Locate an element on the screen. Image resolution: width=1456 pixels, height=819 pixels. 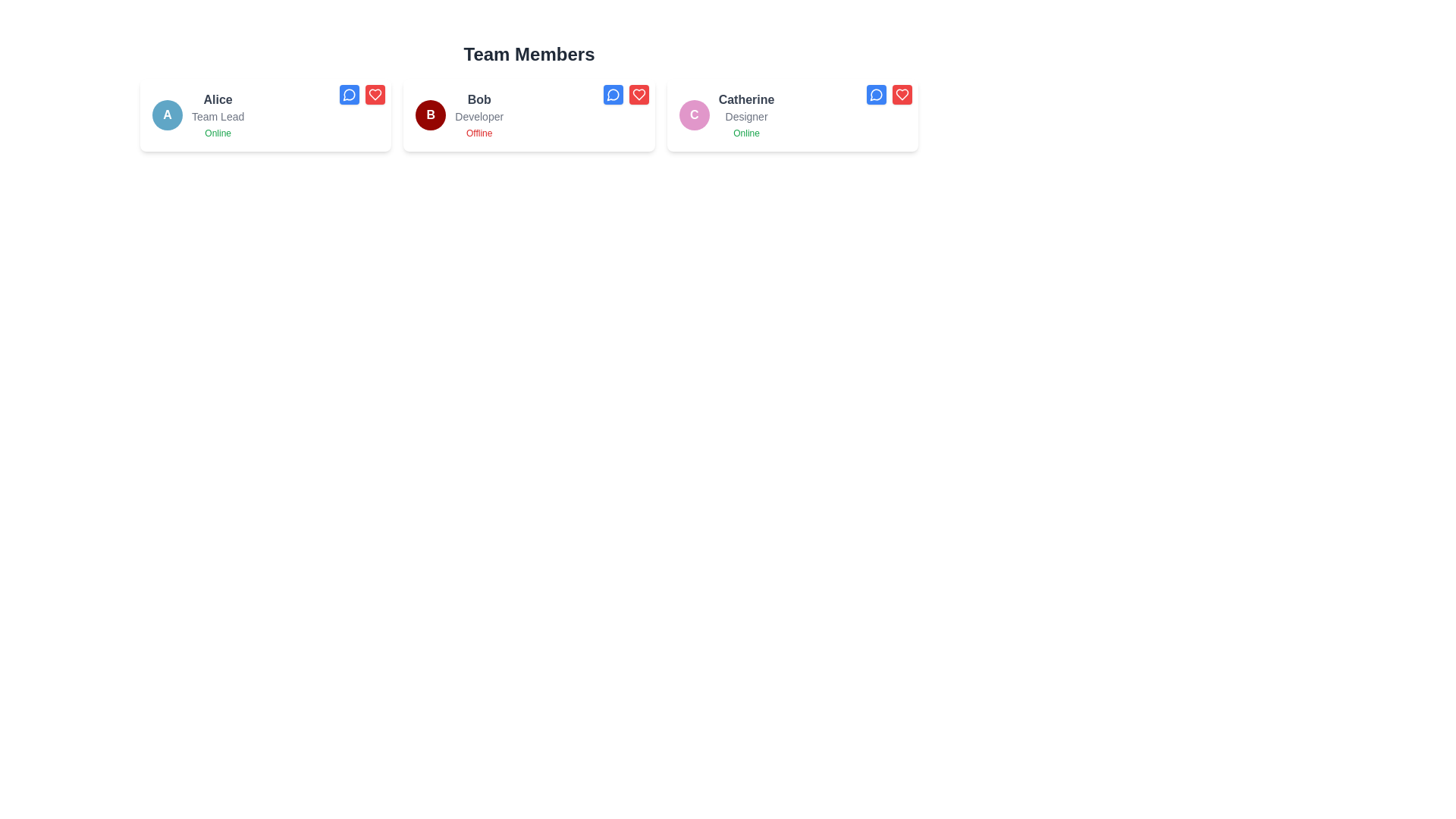
the heart icon button located at the top-right corner of Bob's team member card is located at coordinates (375, 94).